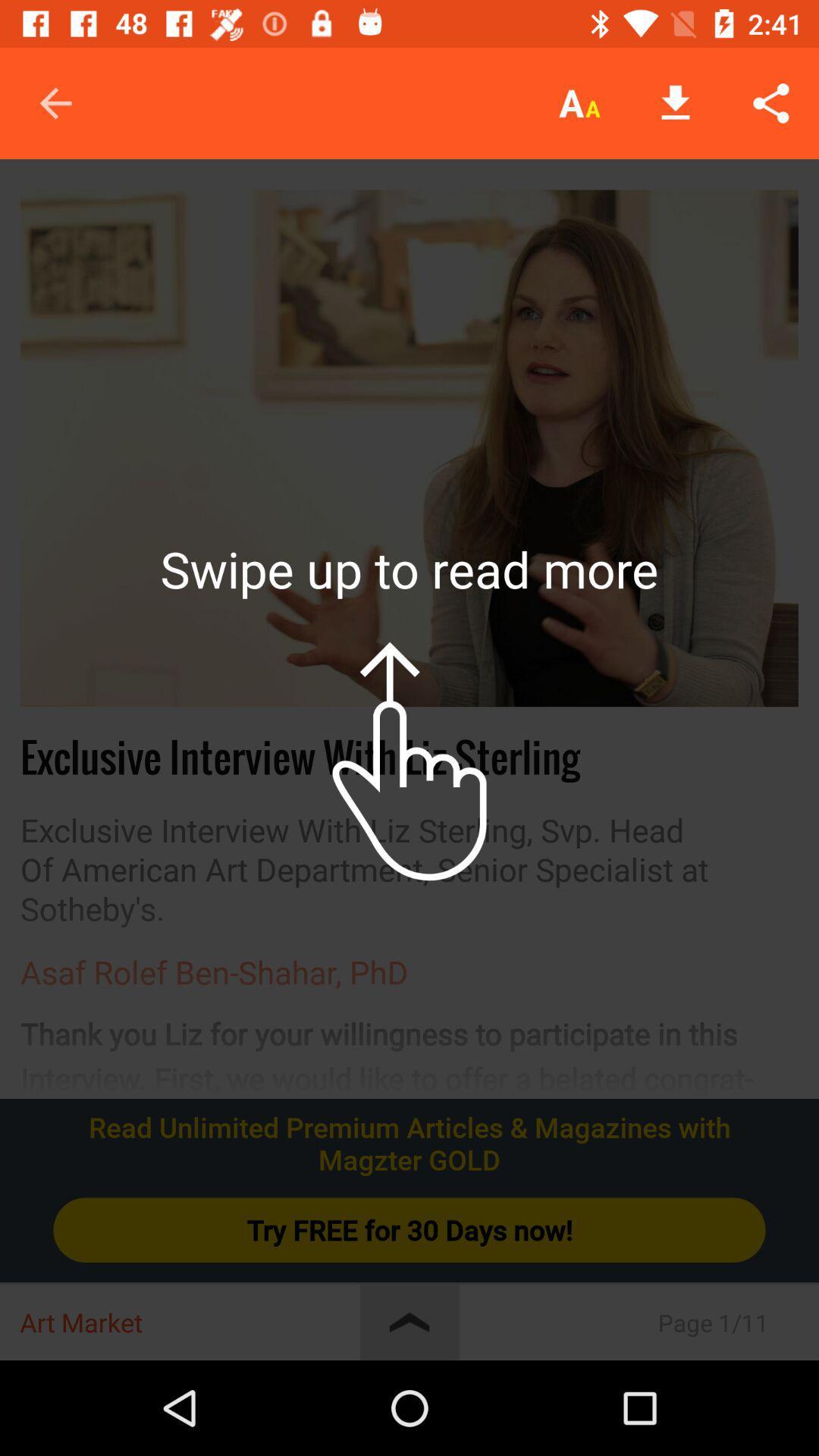 The height and width of the screenshot is (1456, 819). I want to click on the art market item, so click(189, 1322).